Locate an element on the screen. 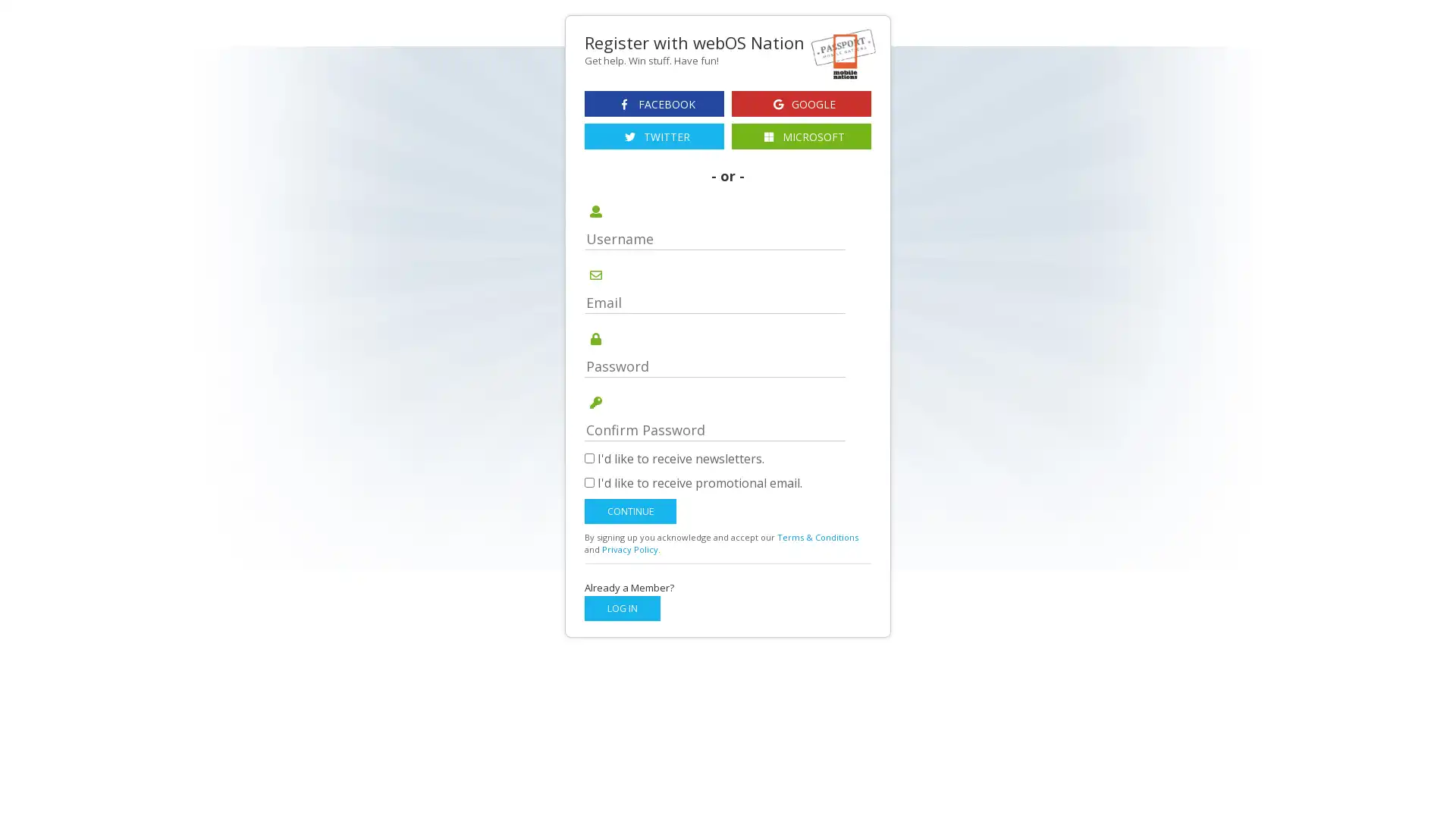 Image resolution: width=1456 pixels, height=819 pixels. Continue is located at coordinates (630, 510).